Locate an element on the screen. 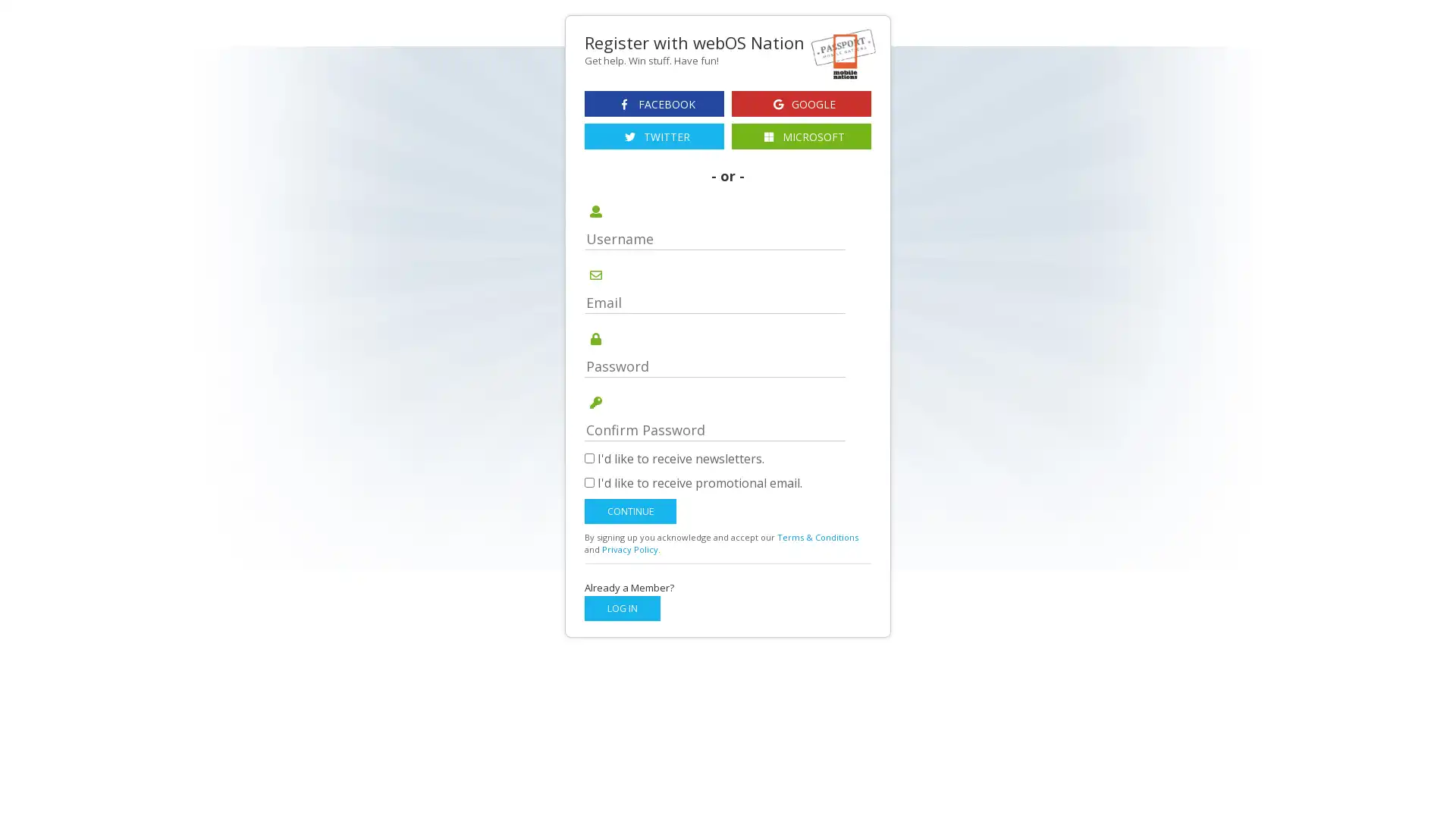 Image resolution: width=1456 pixels, height=819 pixels. Continue is located at coordinates (630, 510).